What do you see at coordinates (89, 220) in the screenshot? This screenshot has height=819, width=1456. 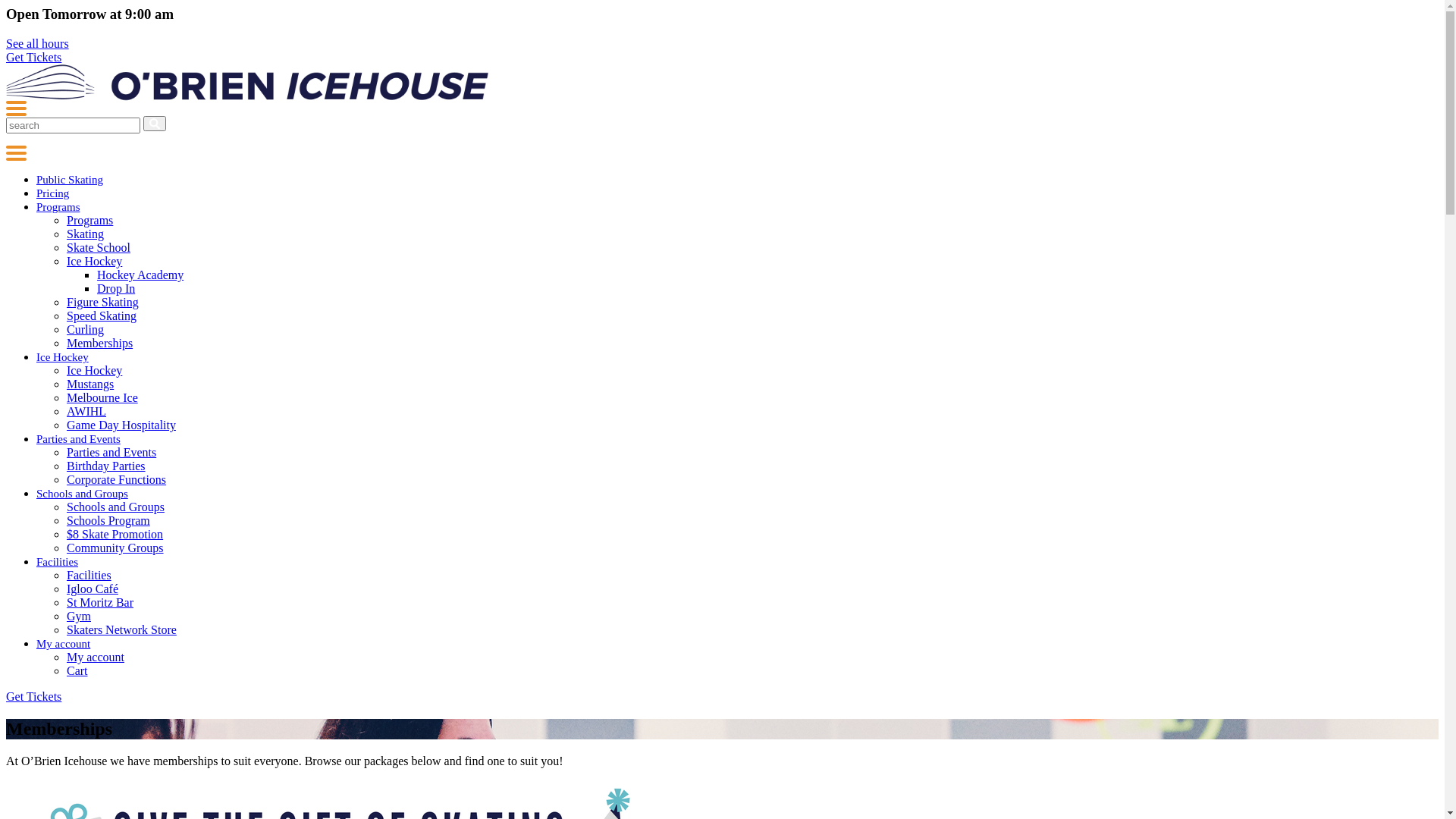 I see `'Programs'` at bounding box center [89, 220].